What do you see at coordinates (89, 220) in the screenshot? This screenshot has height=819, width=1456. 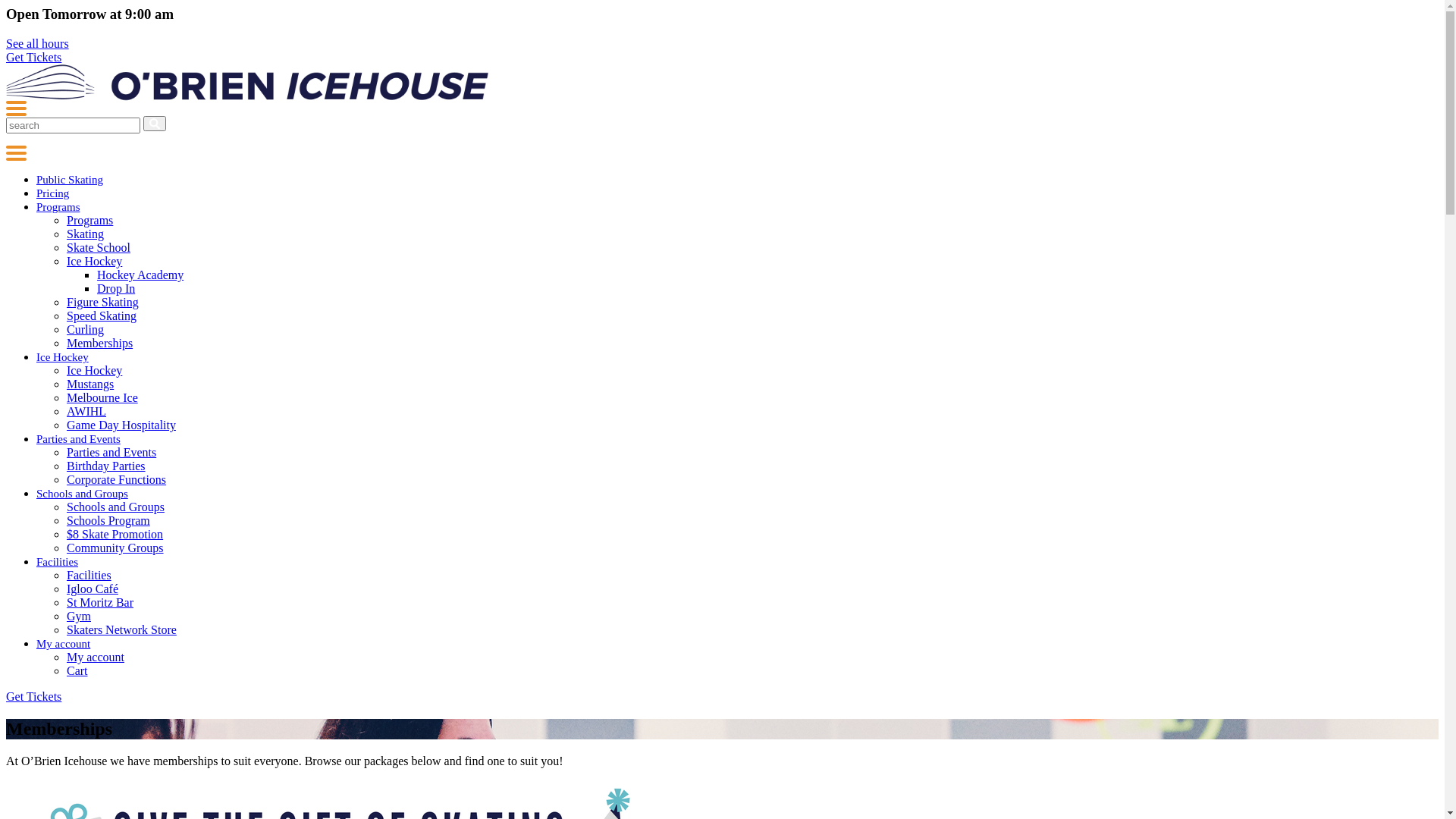 I see `'Programs'` at bounding box center [89, 220].